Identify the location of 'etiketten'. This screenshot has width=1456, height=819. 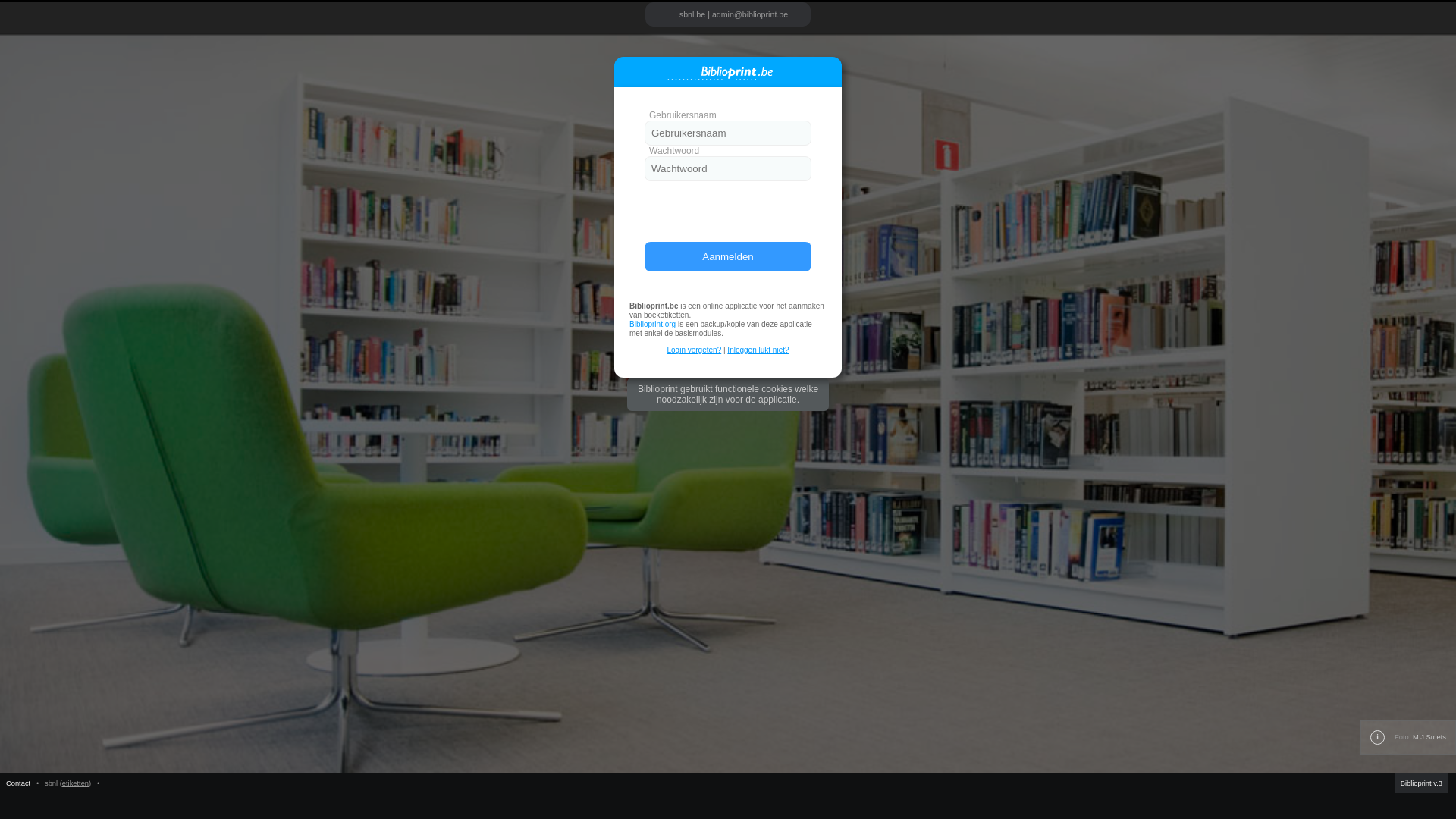
(74, 783).